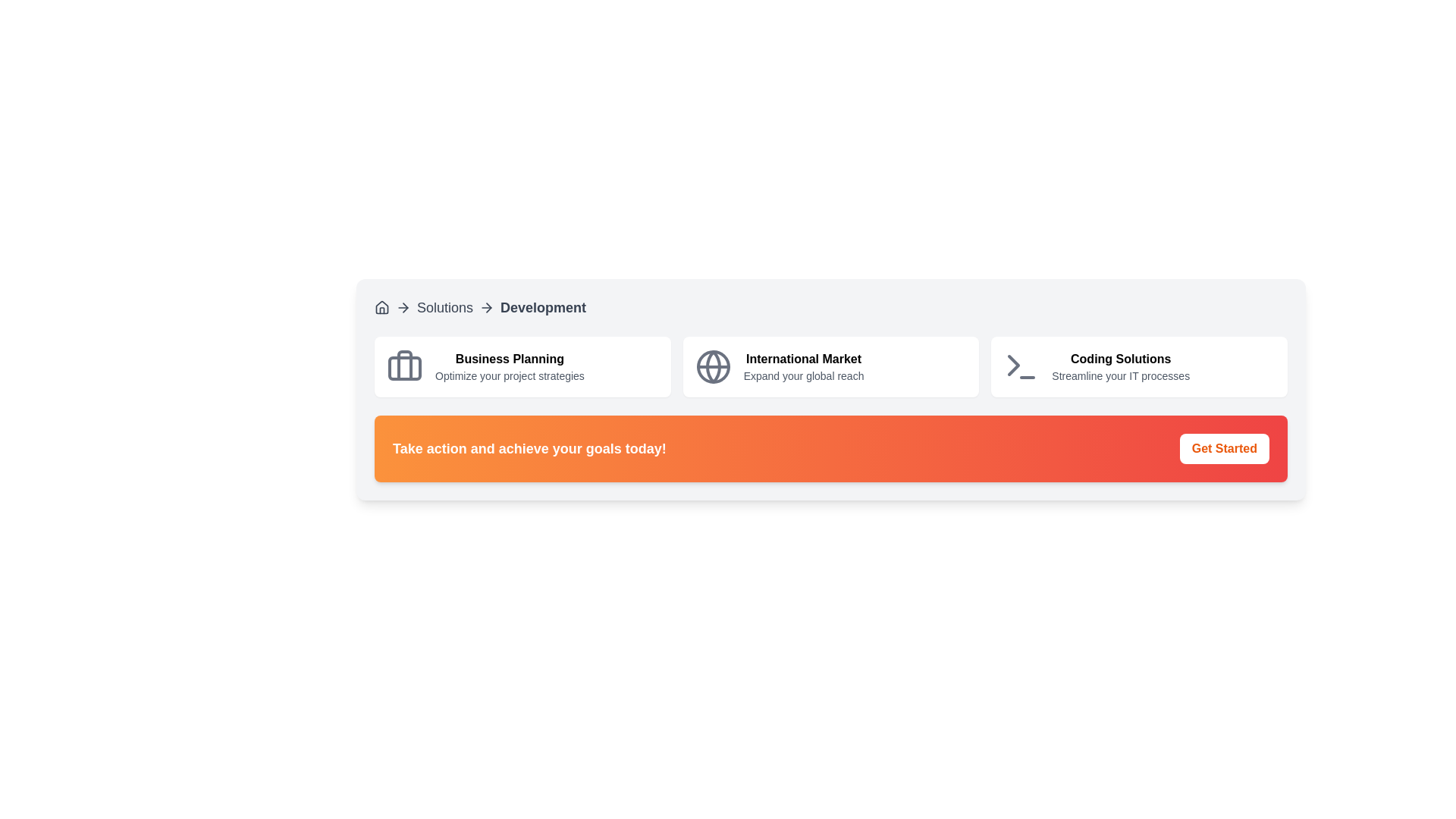 Image resolution: width=1456 pixels, height=819 pixels. I want to click on the breadcrumb navigation icon located between 'Solutions' and 'Development' to indicate progression in the navigation hierarchy, so click(405, 307).